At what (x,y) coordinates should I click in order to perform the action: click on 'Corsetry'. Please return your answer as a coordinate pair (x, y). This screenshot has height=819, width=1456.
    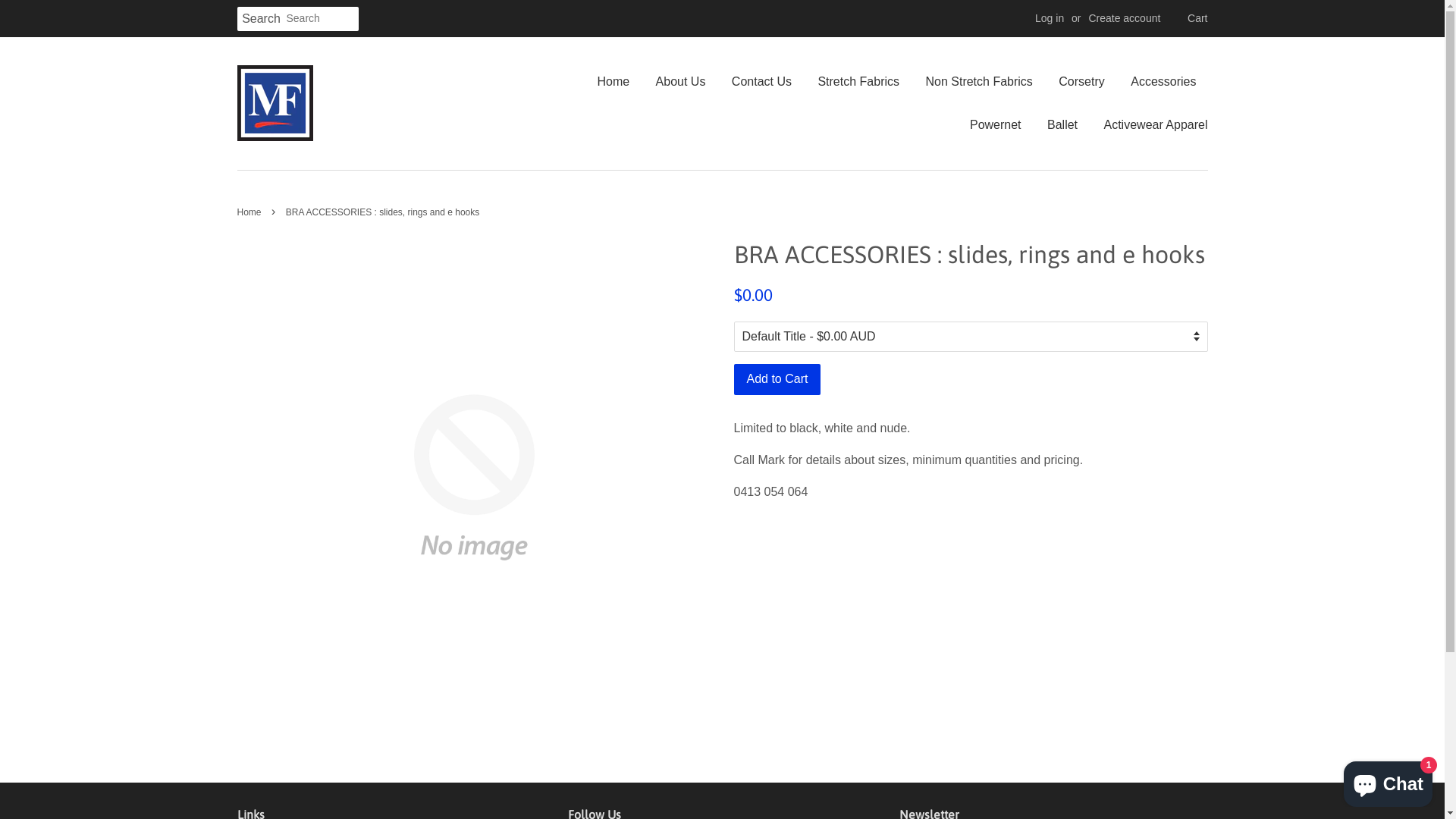
    Looking at the image, I should click on (1080, 81).